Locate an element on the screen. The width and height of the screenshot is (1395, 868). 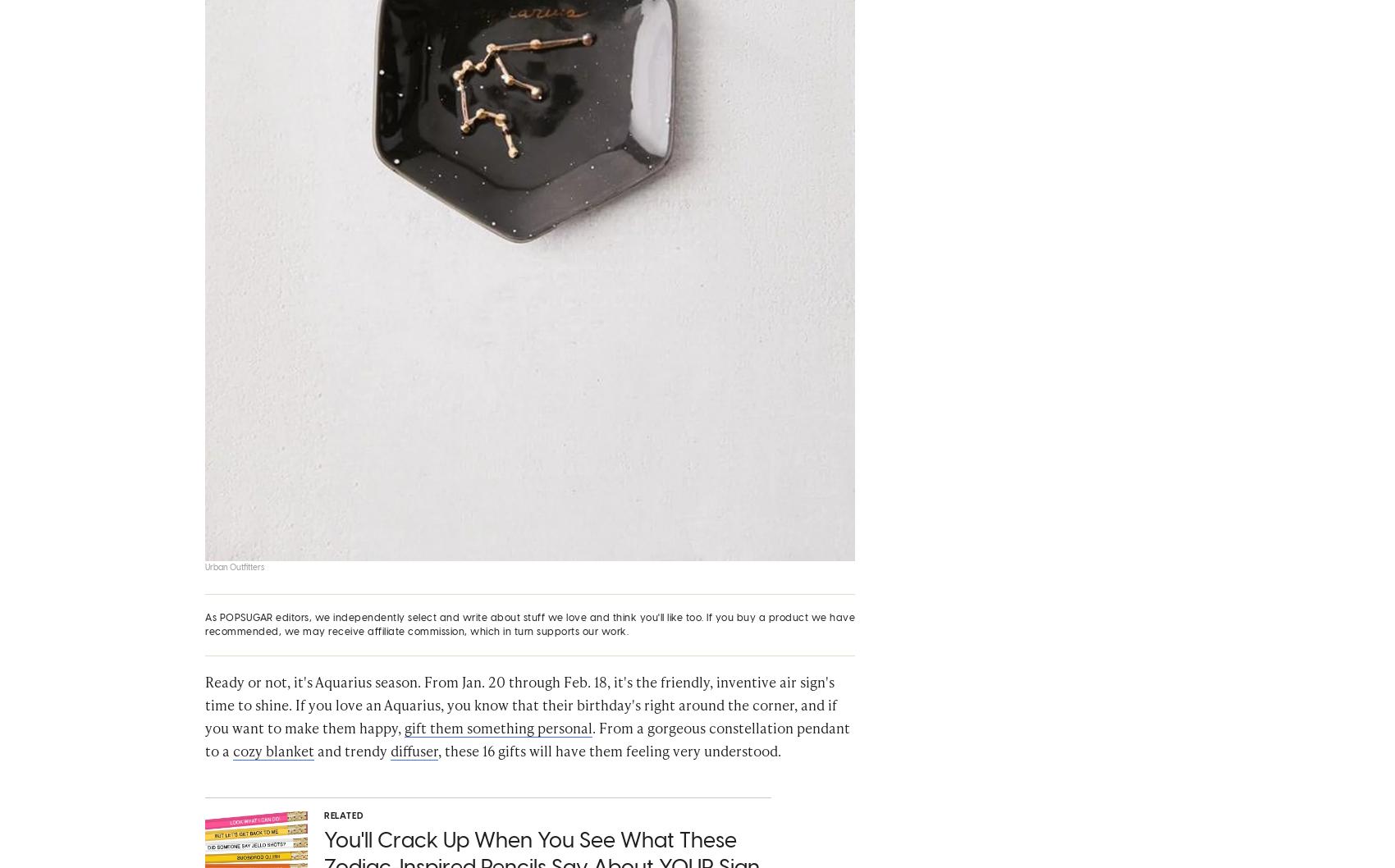
'gift them something personal' is located at coordinates (497, 734).